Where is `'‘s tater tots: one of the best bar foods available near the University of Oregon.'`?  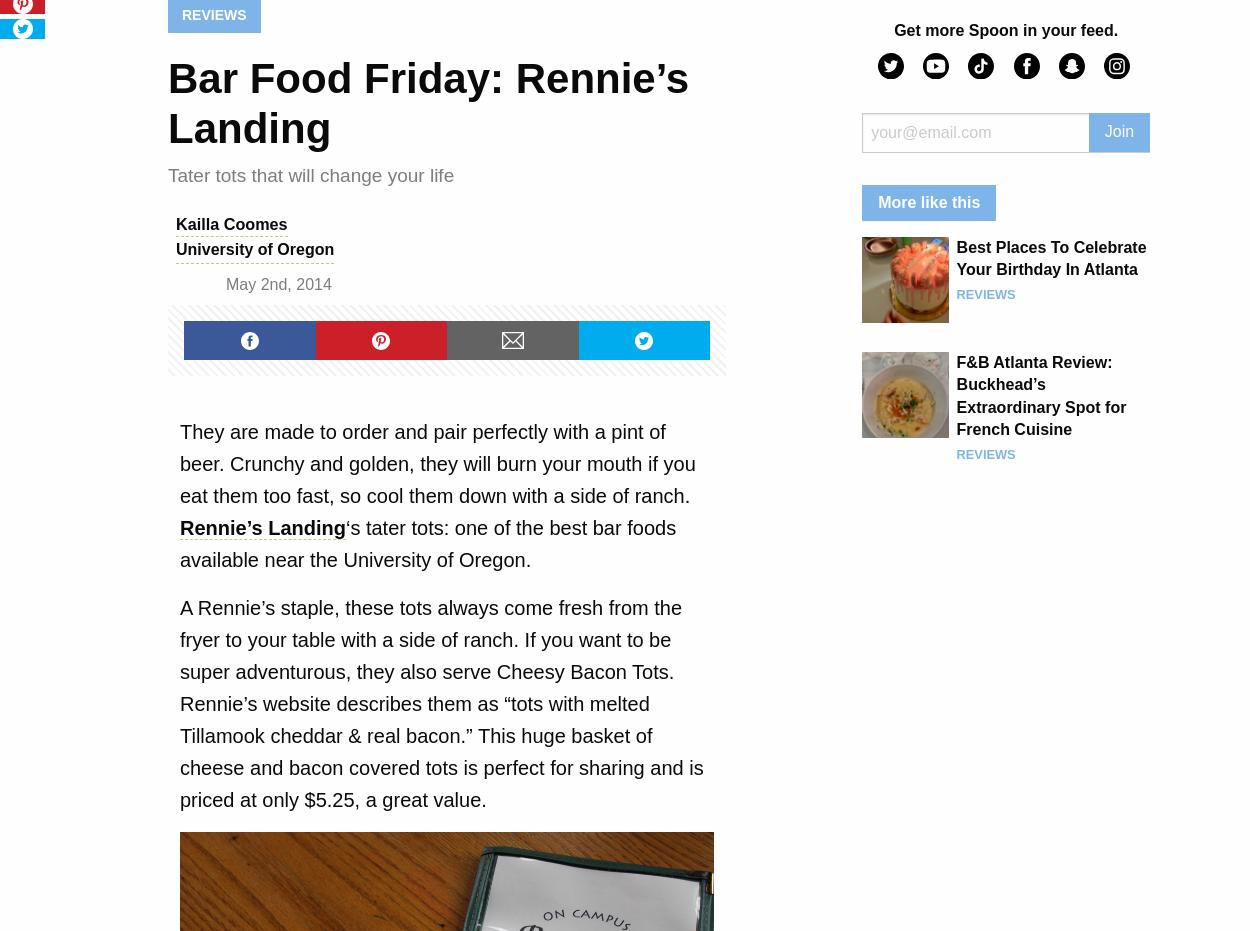 '‘s tater tots: one of the best bar foods available near the University of Oregon.' is located at coordinates (428, 541).